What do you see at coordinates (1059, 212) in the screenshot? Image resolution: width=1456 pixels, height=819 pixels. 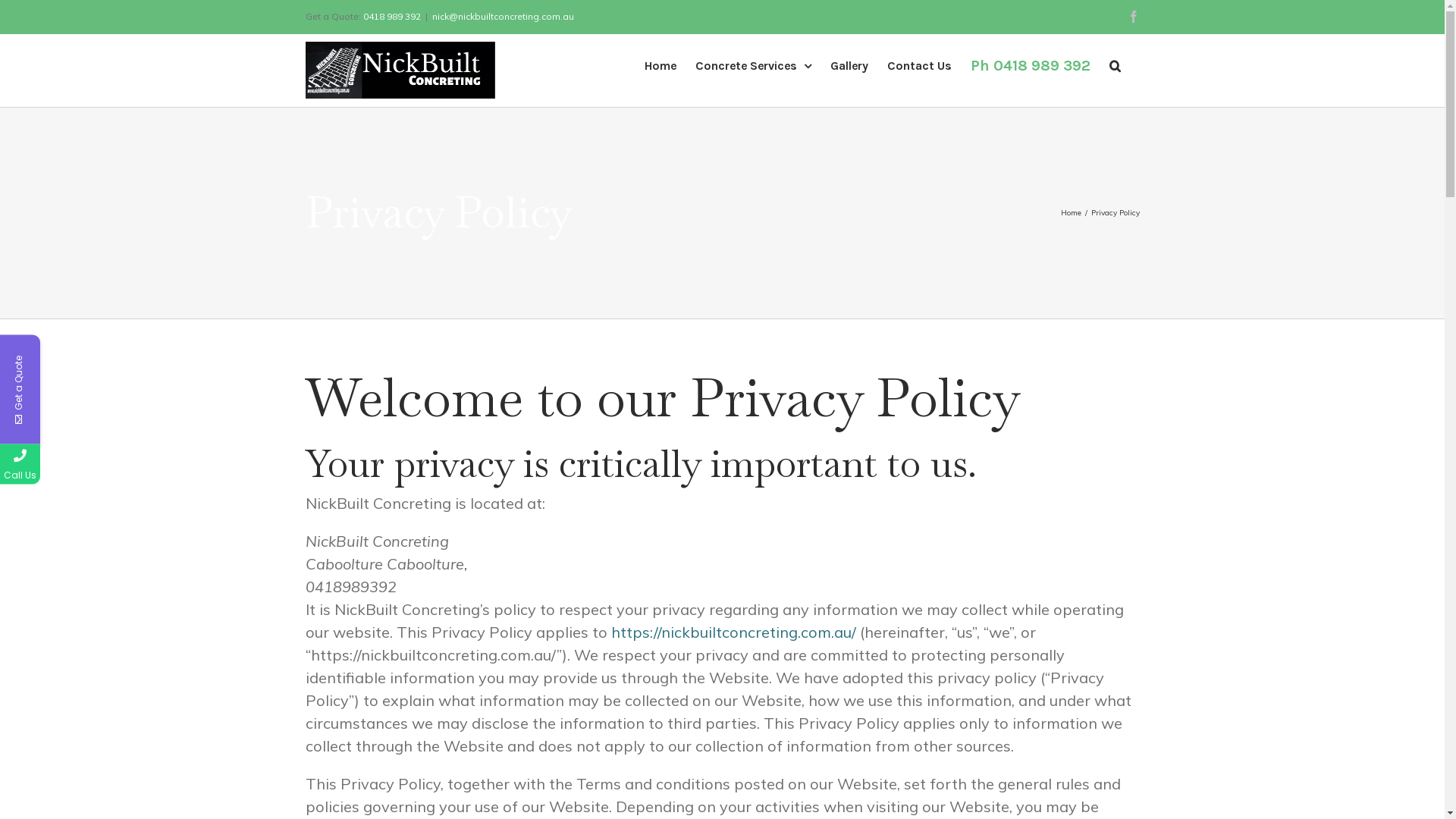 I see `'Home'` at bounding box center [1059, 212].